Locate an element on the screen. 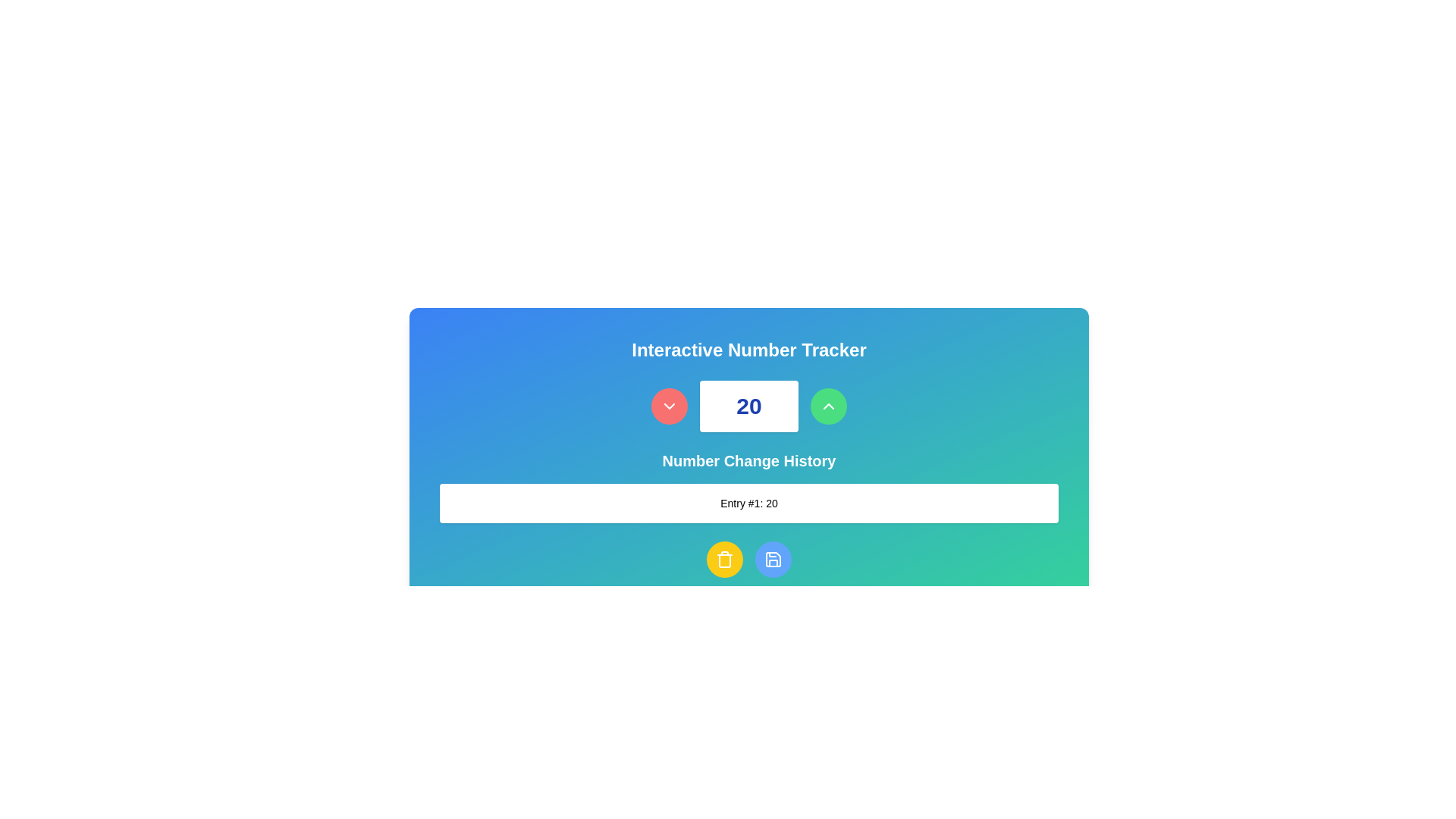 This screenshot has height=819, width=1456. the chevron icon located within the green circular button to the right of the number input field labeled '20' is located at coordinates (827, 406).